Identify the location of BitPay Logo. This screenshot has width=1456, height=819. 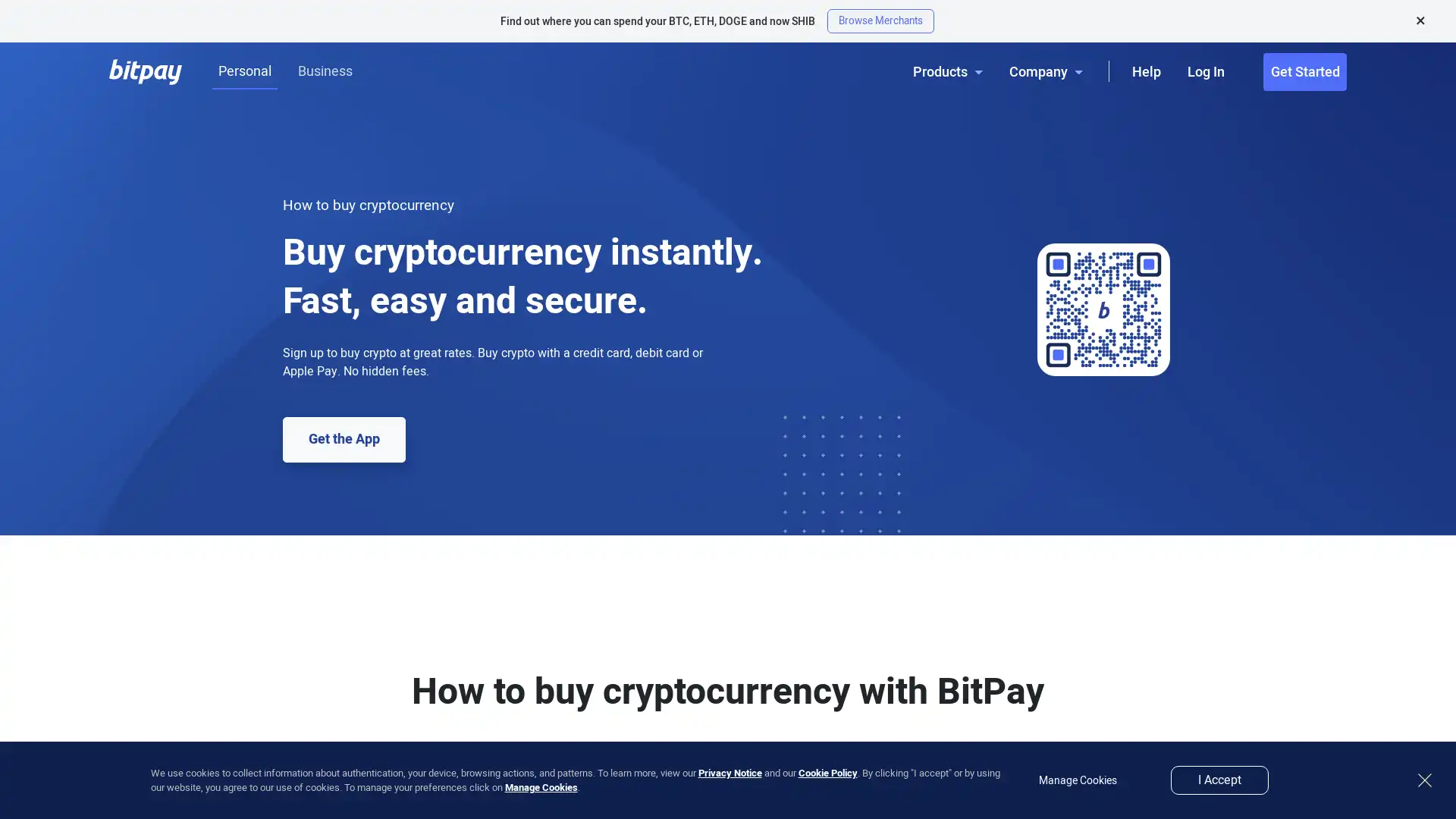
(146, 71).